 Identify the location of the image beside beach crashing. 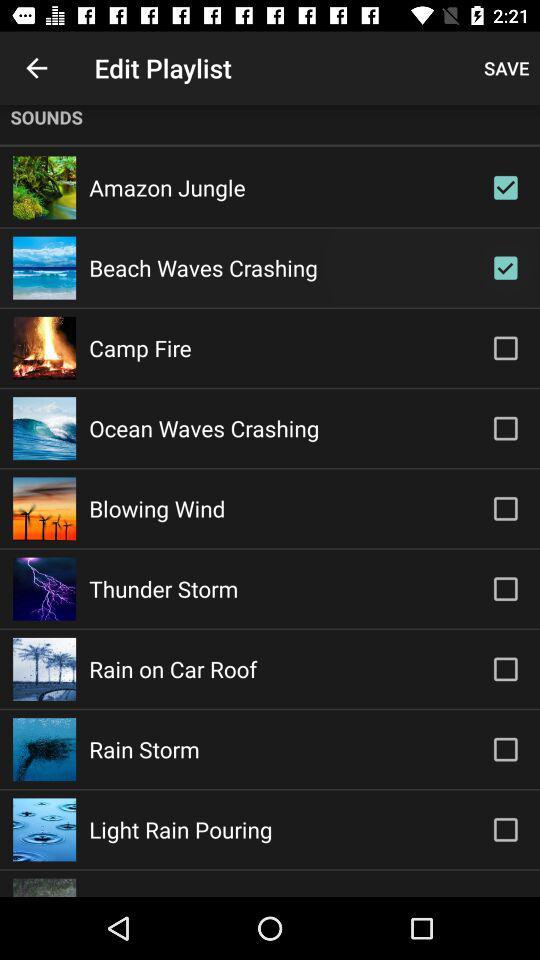
(44, 267).